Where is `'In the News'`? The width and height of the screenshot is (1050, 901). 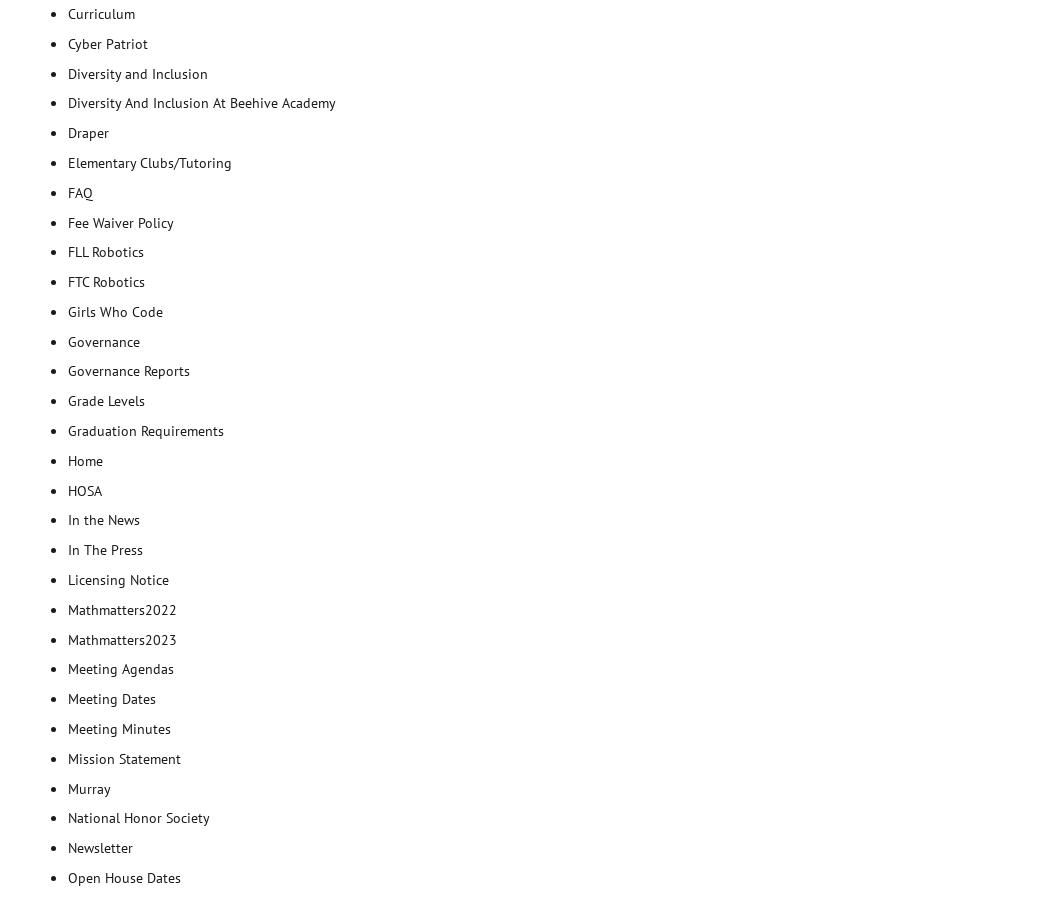 'In the News' is located at coordinates (103, 519).